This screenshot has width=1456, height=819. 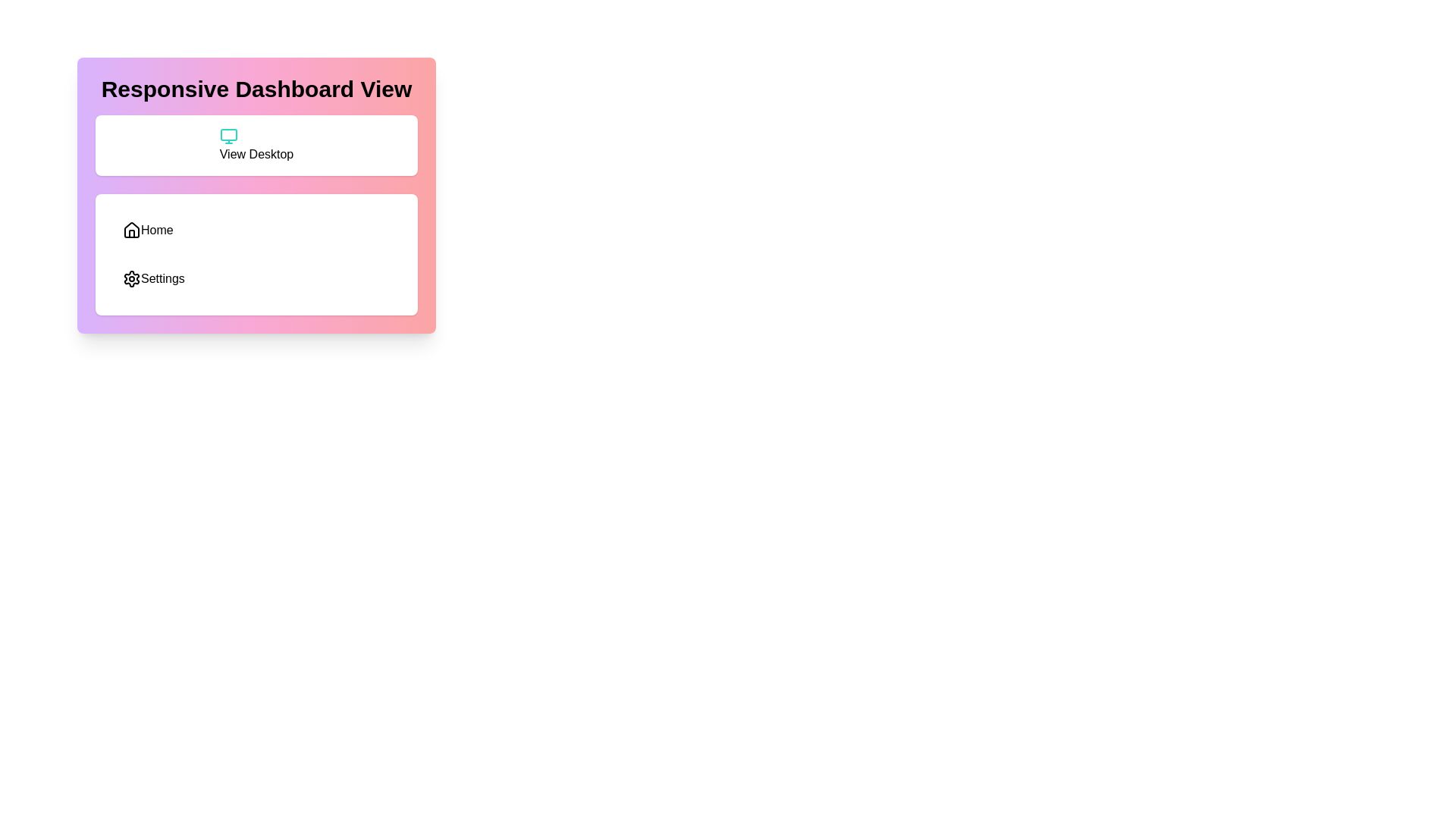 I want to click on the 'Home' button which contains a house icon and the text 'Home', so click(x=148, y=231).